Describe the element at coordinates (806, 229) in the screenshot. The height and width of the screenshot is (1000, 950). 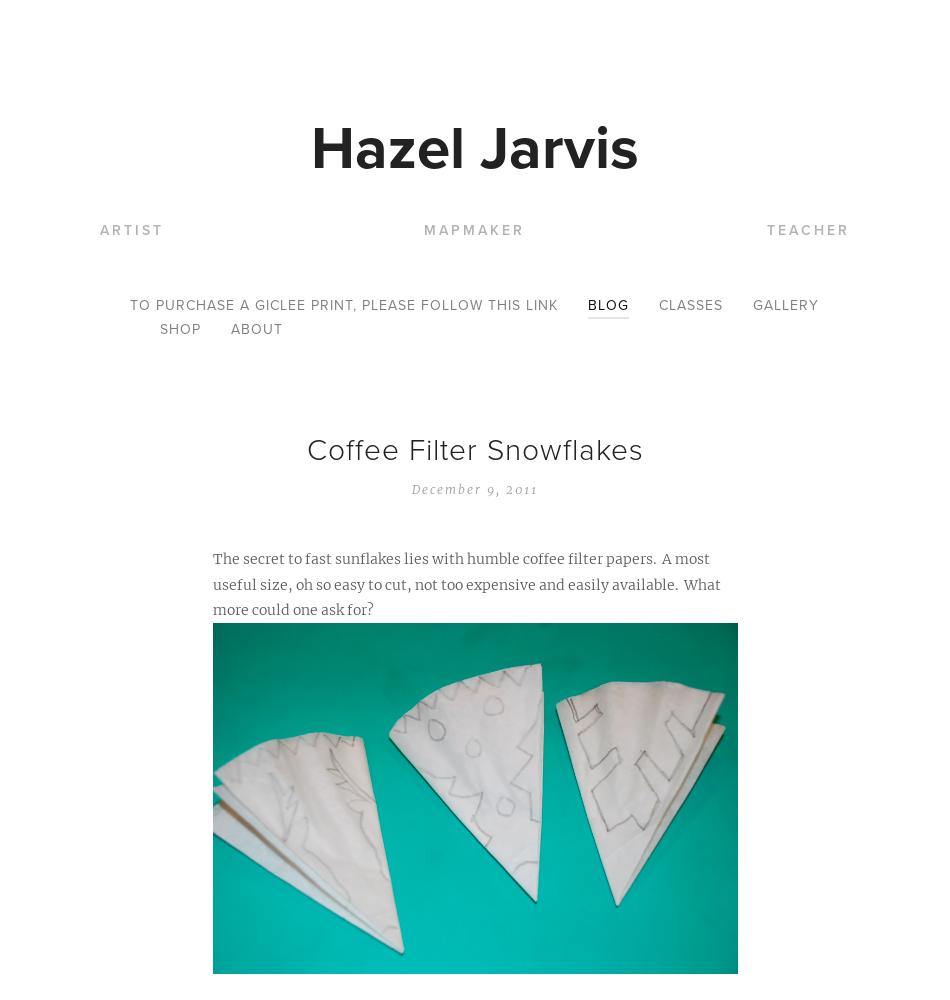
I see `'Teacher'` at that location.